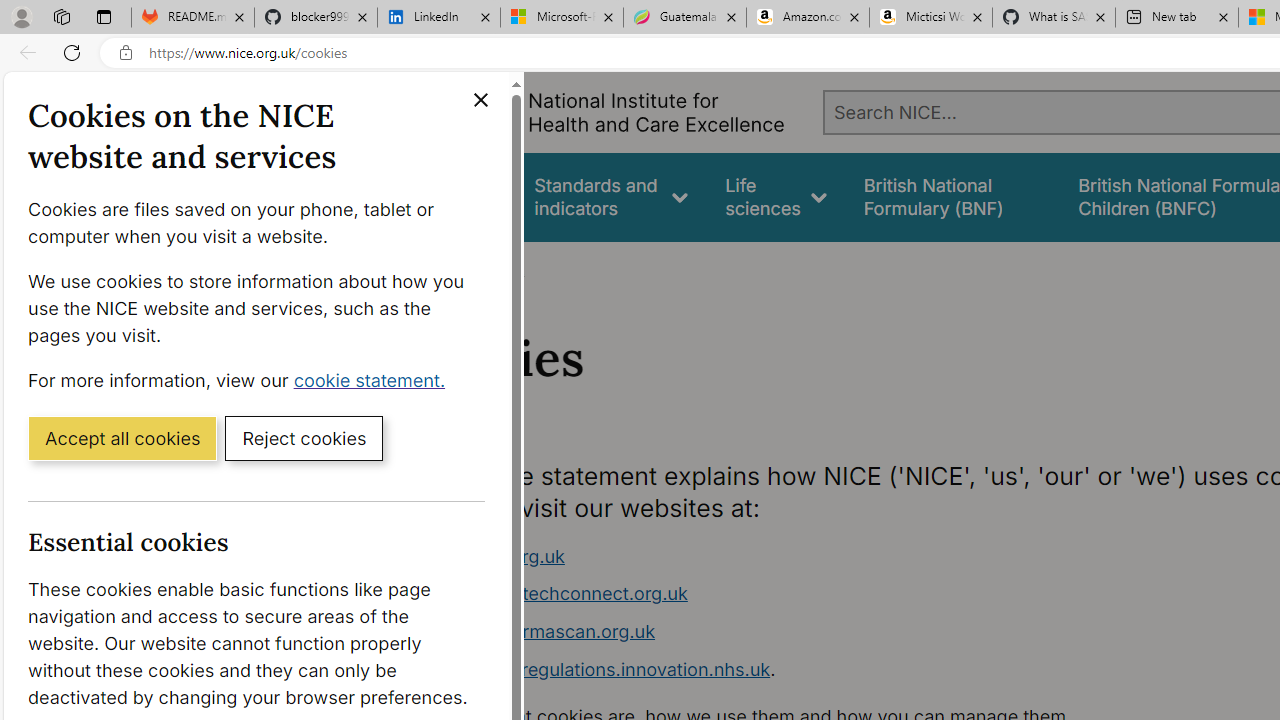  What do you see at coordinates (775, 197) in the screenshot?
I see `'Life sciences'` at bounding box center [775, 197].